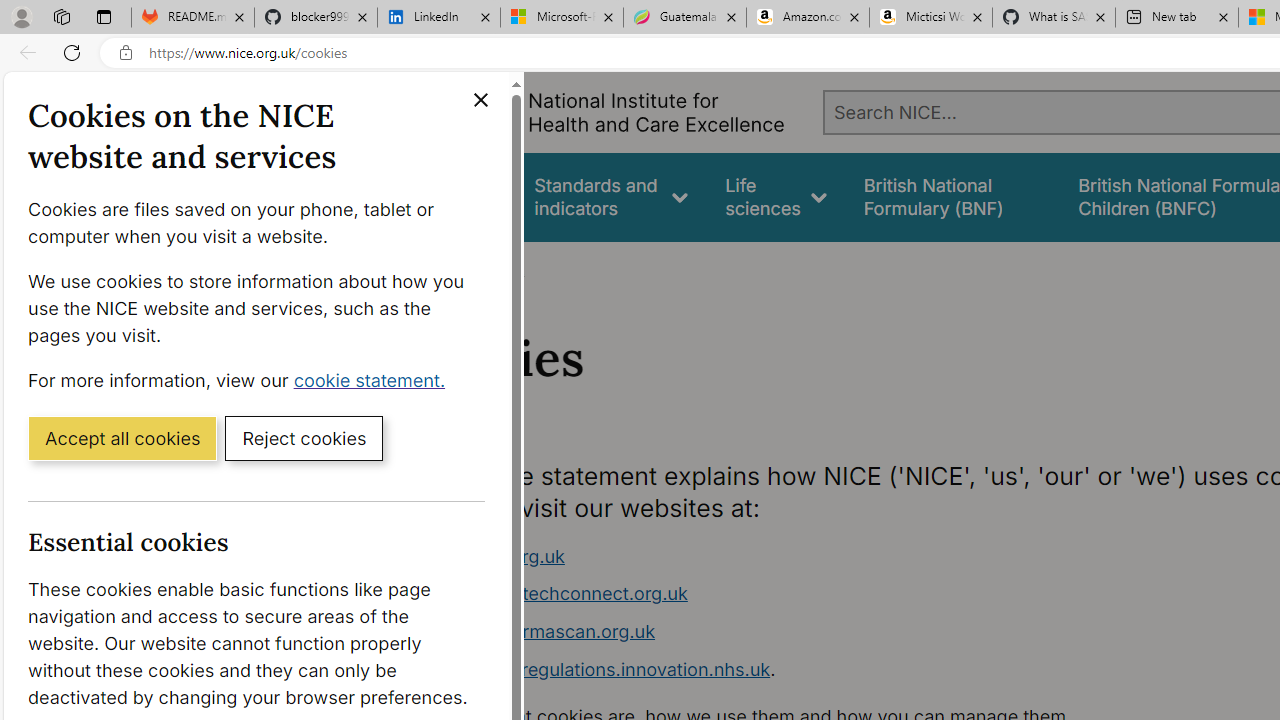  What do you see at coordinates (775, 197) in the screenshot?
I see `'Life sciences'` at bounding box center [775, 197].